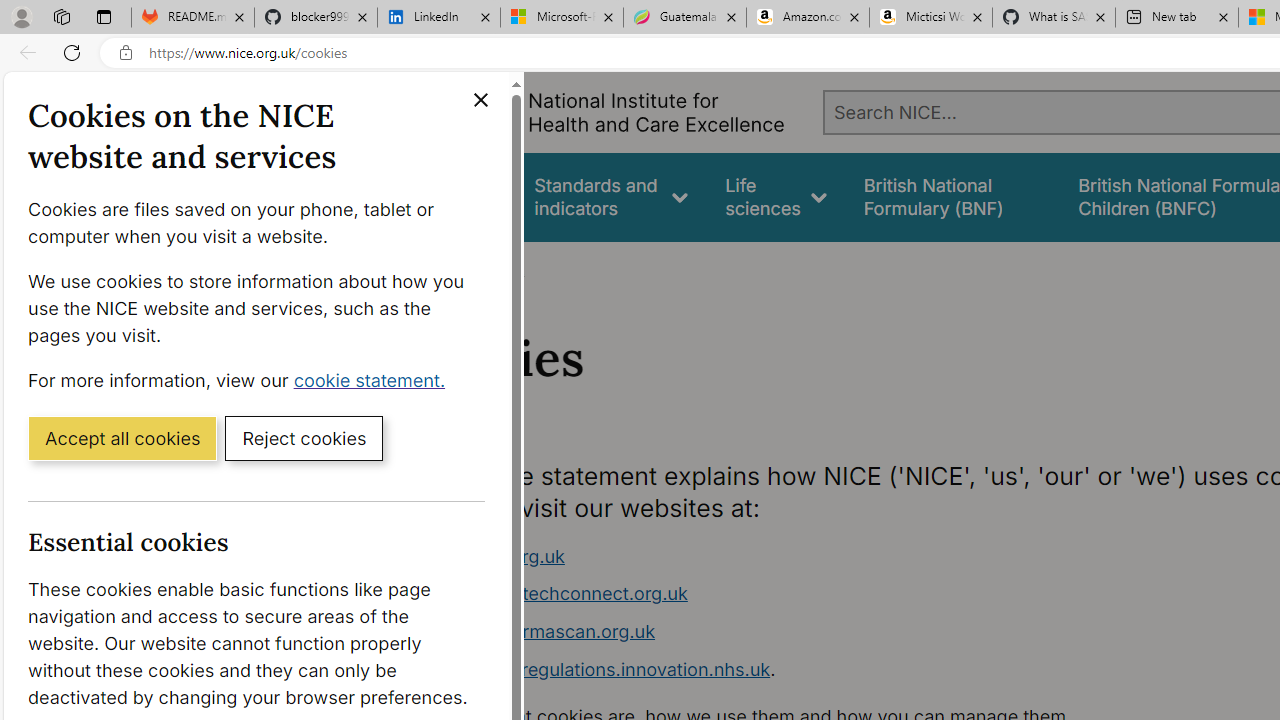  What do you see at coordinates (775, 197) in the screenshot?
I see `'Life sciences'` at bounding box center [775, 197].